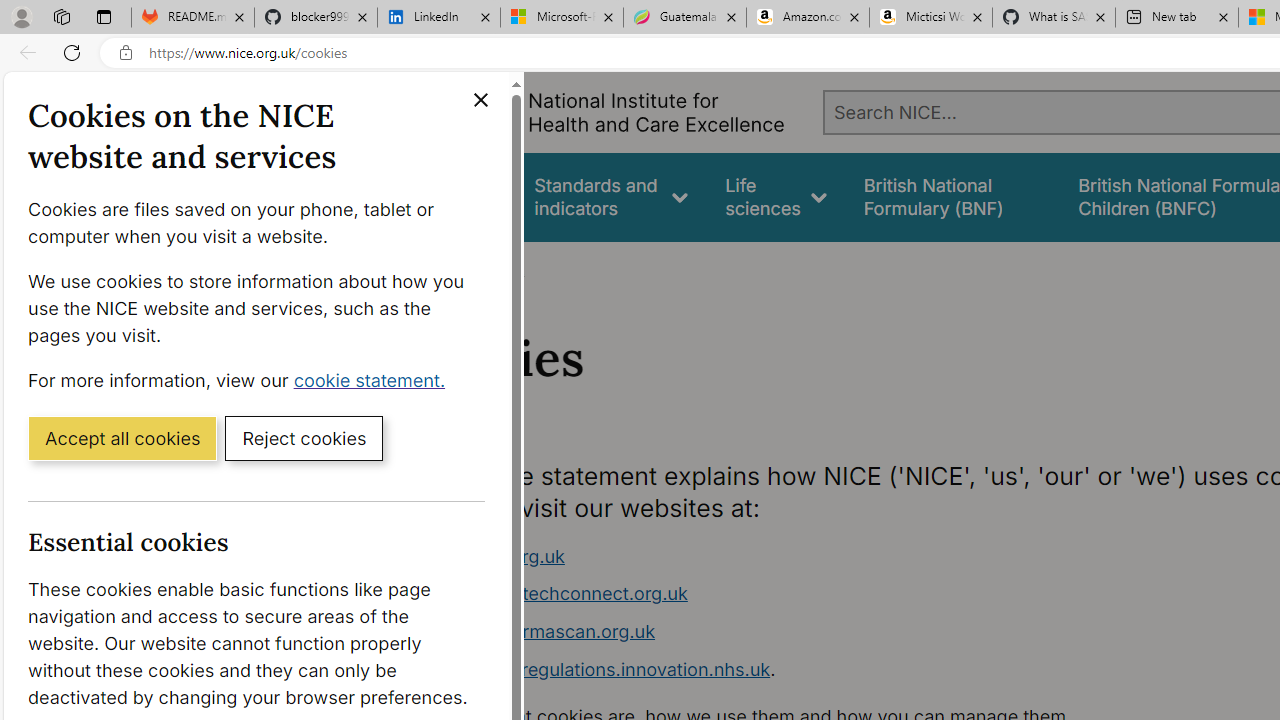  What do you see at coordinates (775, 197) in the screenshot?
I see `'Life sciences'` at bounding box center [775, 197].